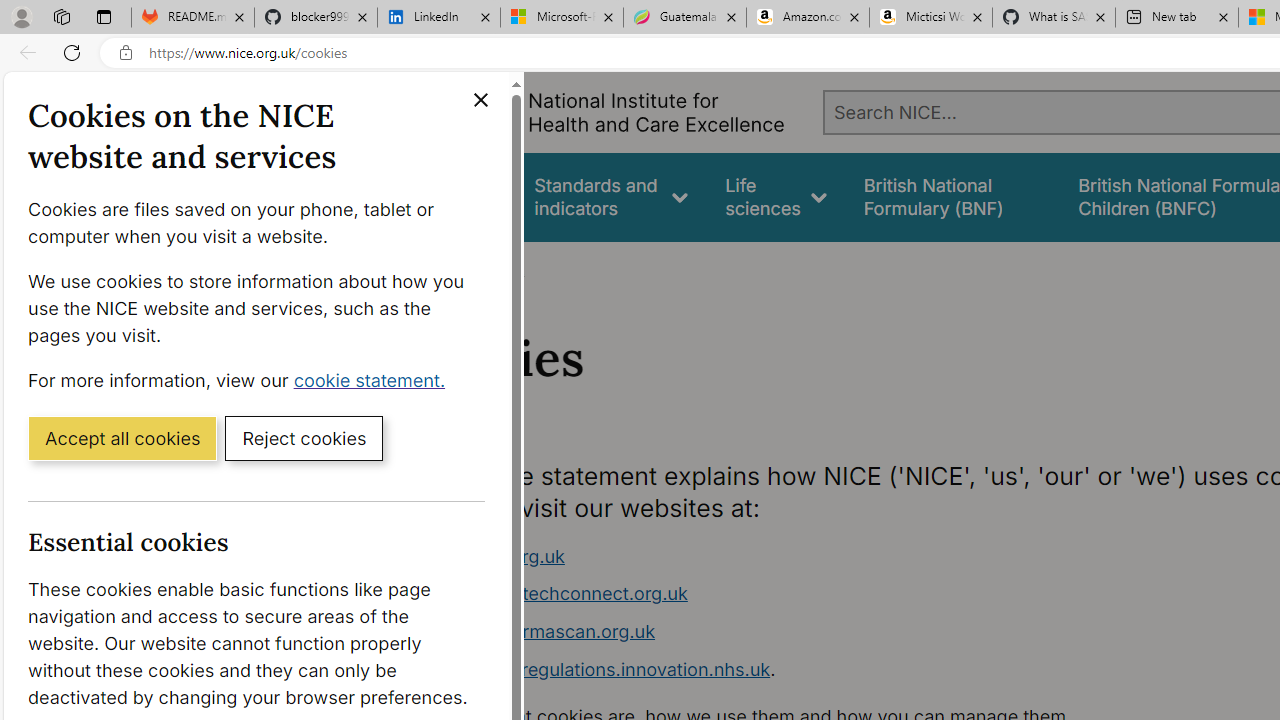  What do you see at coordinates (775, 197) in the screenshot?
I see `'Life sciences'` at bounding box center [775, 197].